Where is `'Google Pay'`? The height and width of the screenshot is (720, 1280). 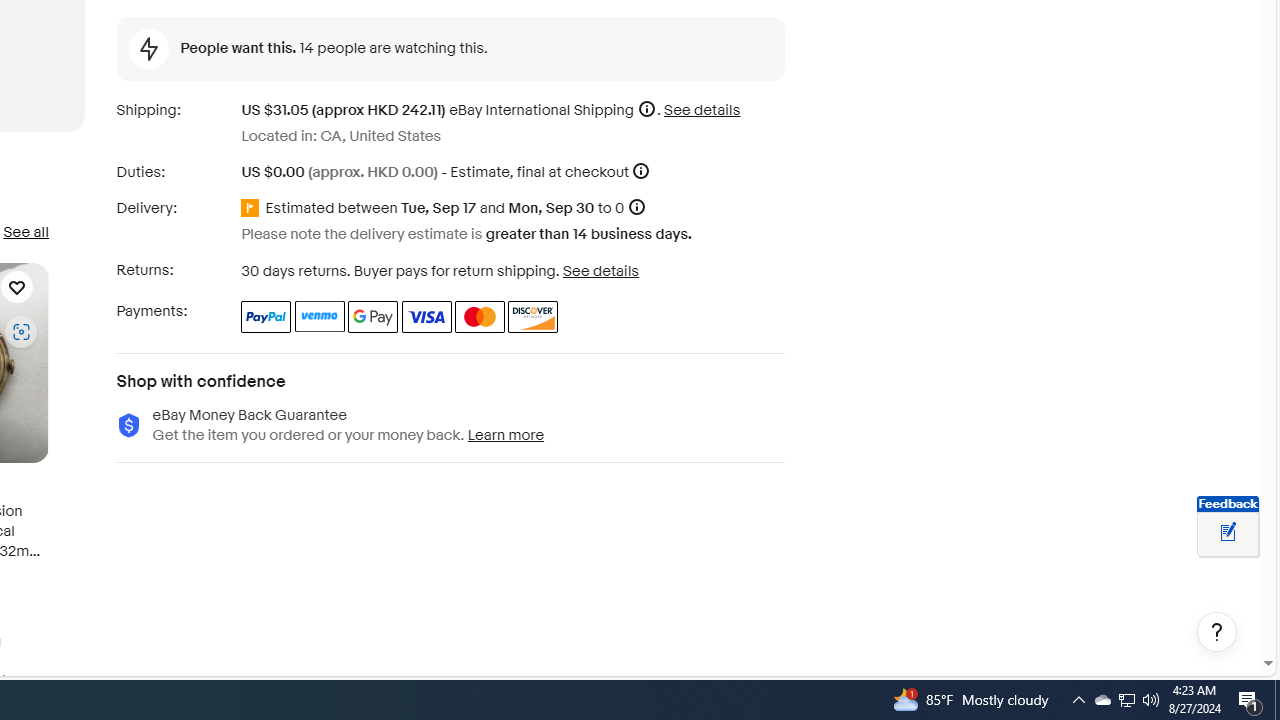
'Google Pay' is located at coordinates (373, 315).